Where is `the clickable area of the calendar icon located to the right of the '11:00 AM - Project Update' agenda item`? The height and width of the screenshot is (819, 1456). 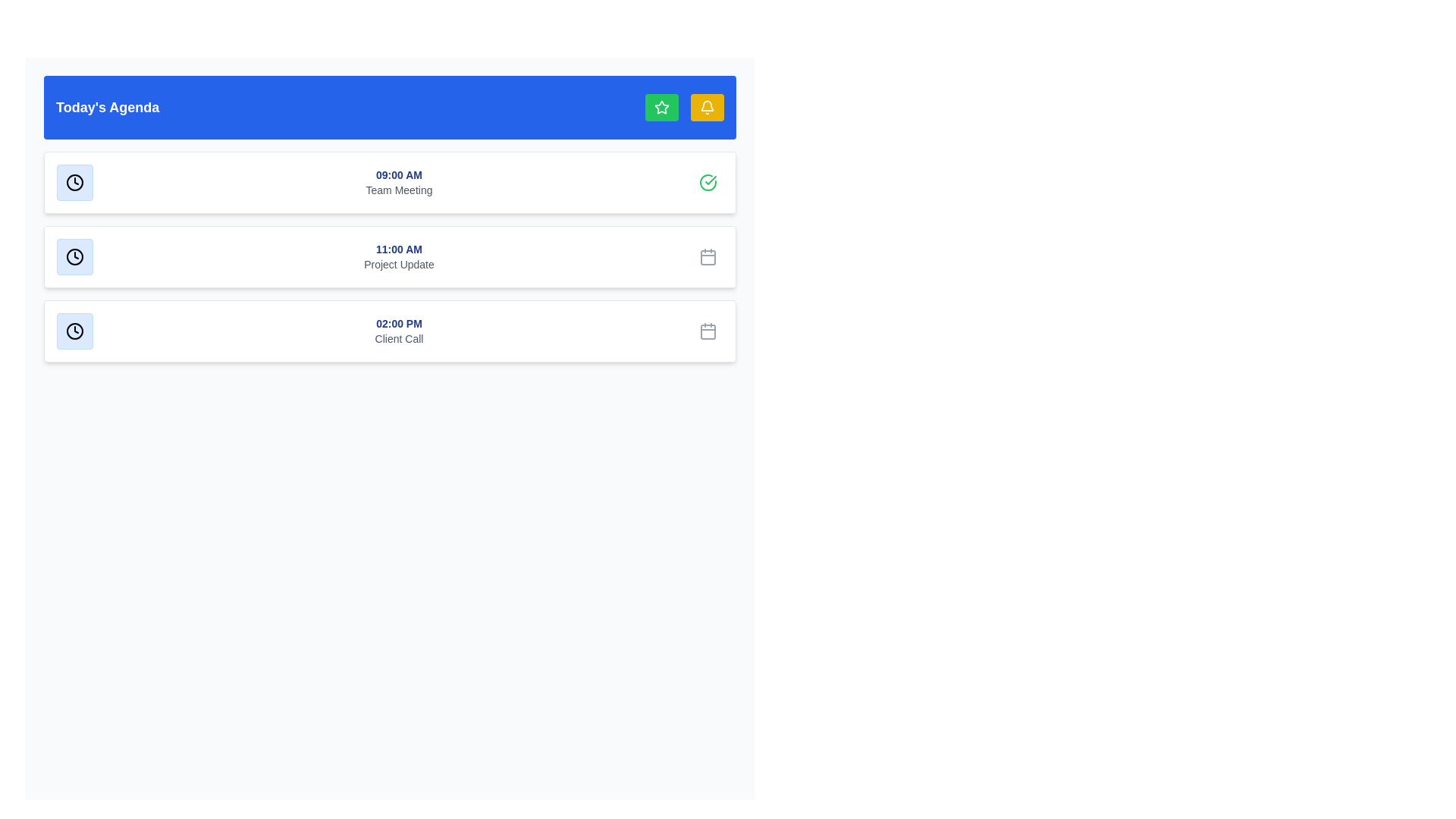 the clickable area of the calendar icon located to the right of the '11:00 AM - Project Update' agenda item is located at coordinates (708, 256).